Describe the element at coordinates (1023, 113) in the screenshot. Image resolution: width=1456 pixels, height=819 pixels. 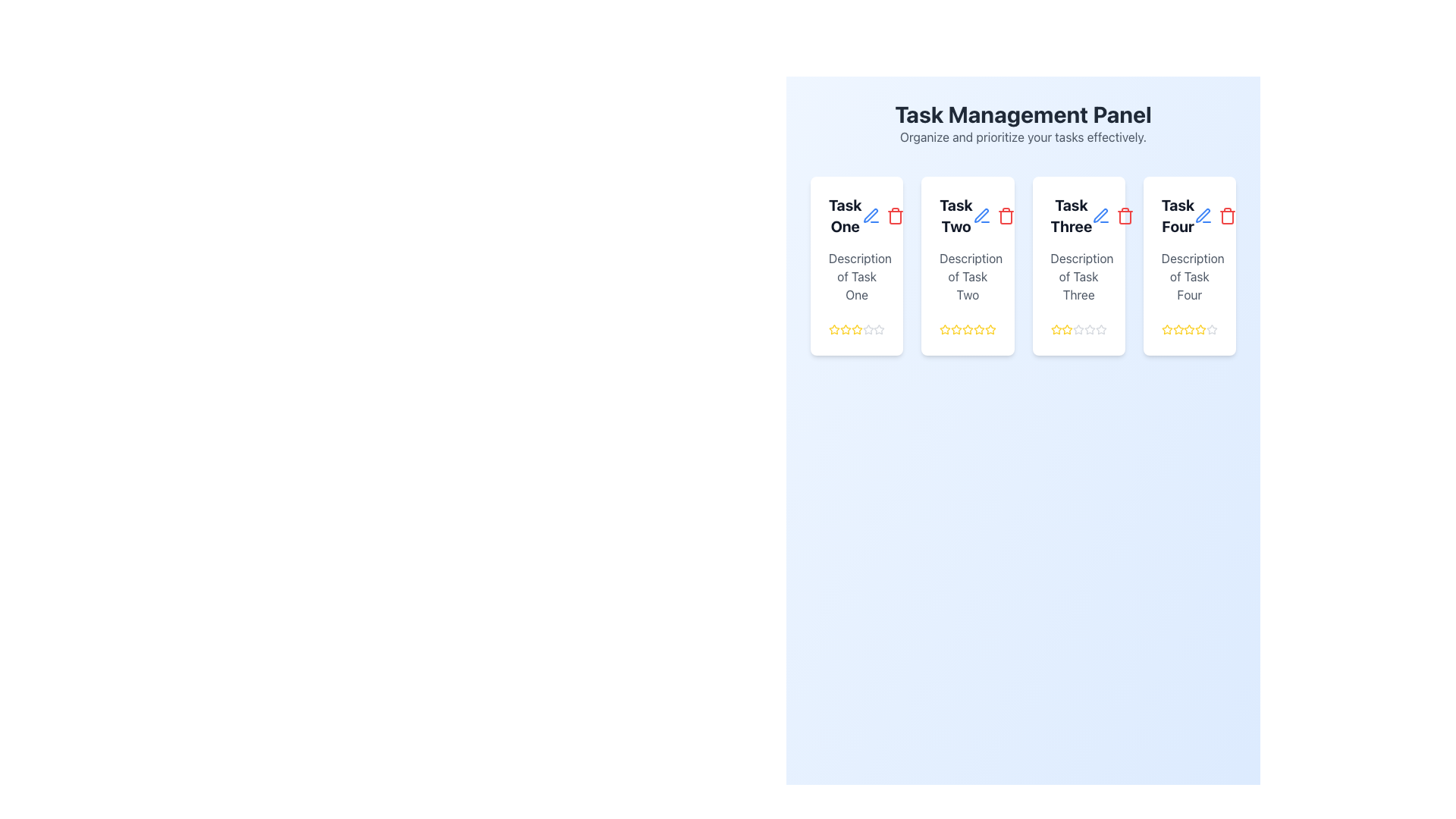
I see `the bold dark gray text heading labeled 'Task Management Panel' located centrally at the top of the page` at that location.